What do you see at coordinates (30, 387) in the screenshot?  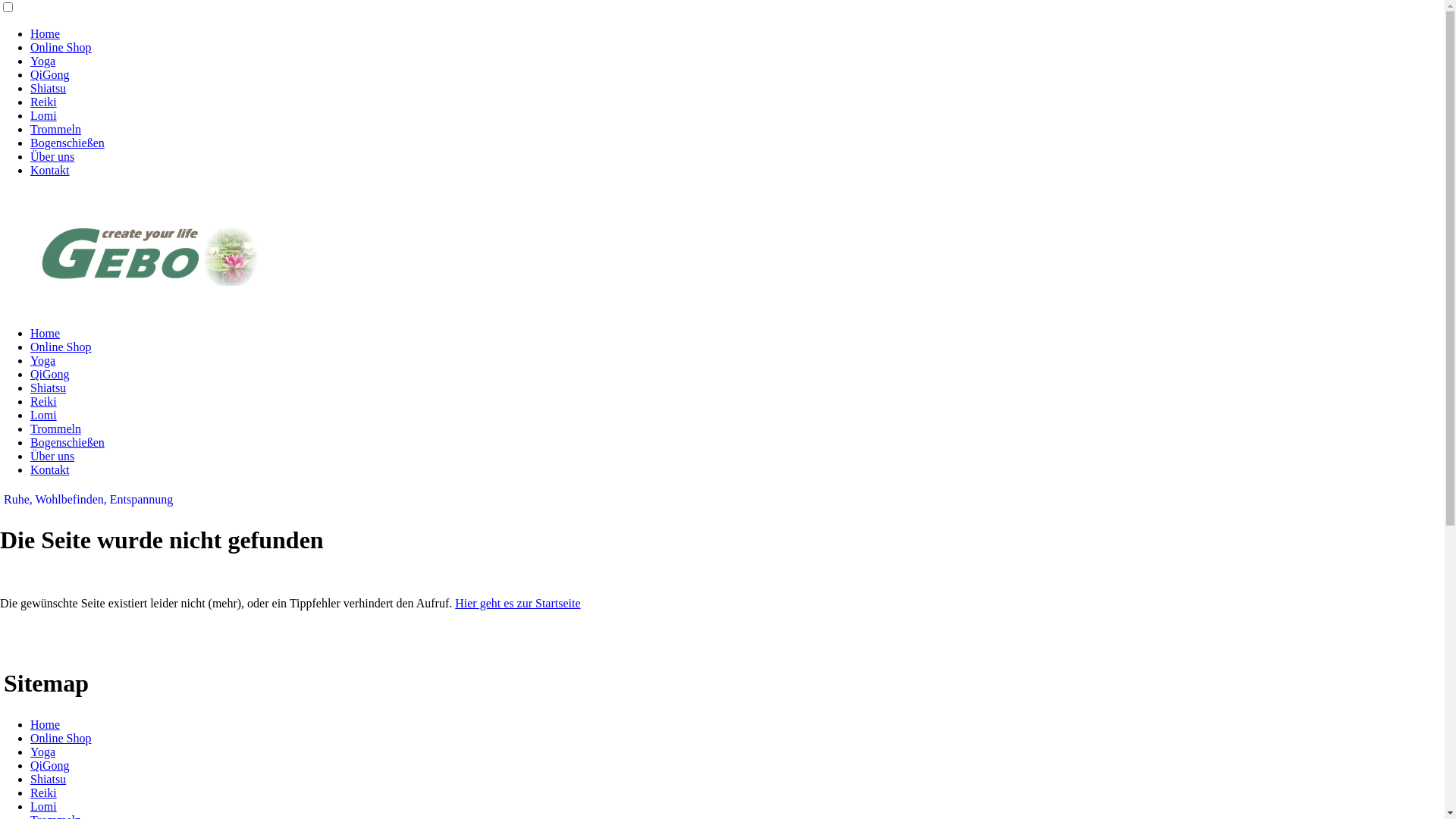 I see `'Shiatsu'` at bounding box center [30, 387].